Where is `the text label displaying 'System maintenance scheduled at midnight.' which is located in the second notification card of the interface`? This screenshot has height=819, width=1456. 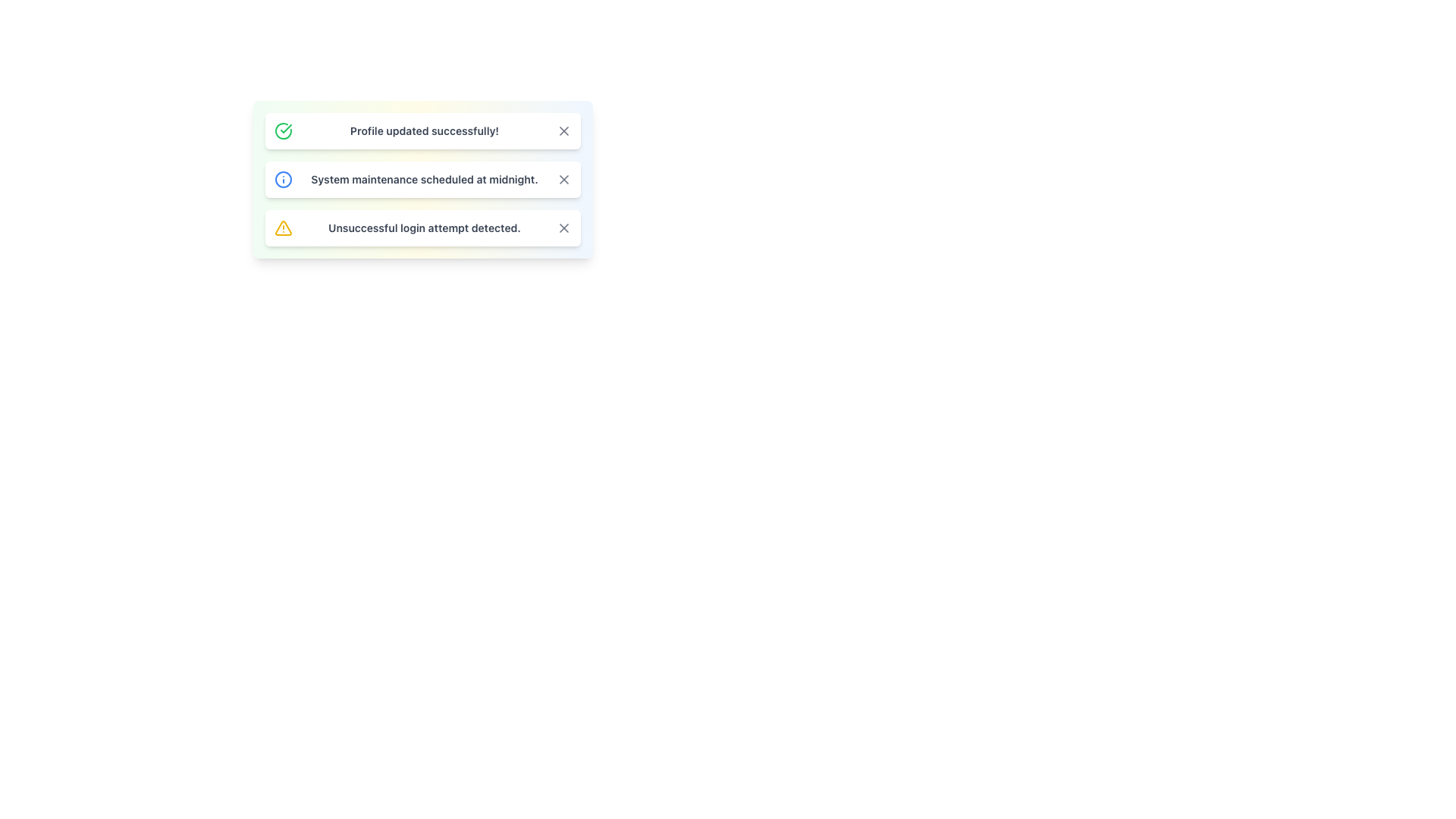
the text label displaying 'System maintenance scheduled at midnight.' which is located in the second notification card of the interface is located at coordinates (425, 178).